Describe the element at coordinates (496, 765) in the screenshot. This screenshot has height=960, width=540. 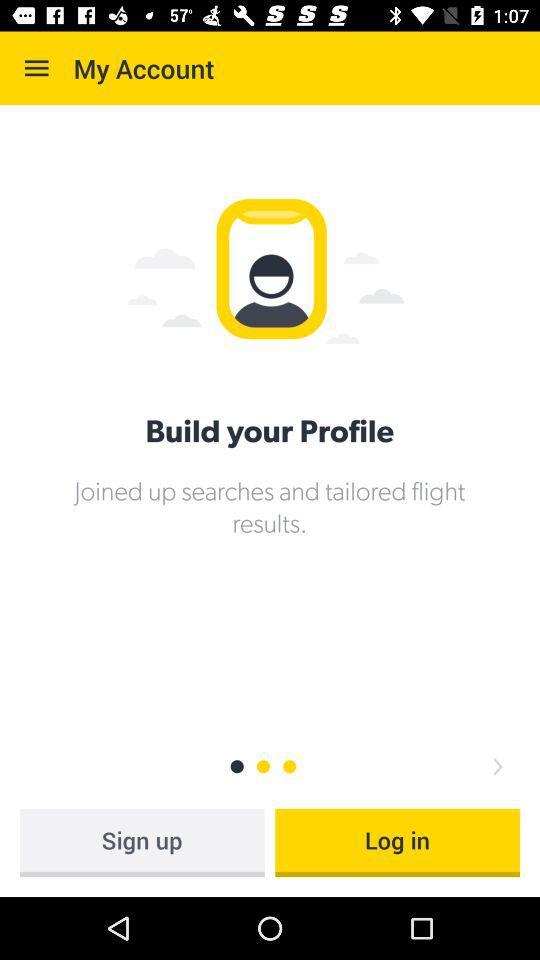
I see `click right arrow` at that location.